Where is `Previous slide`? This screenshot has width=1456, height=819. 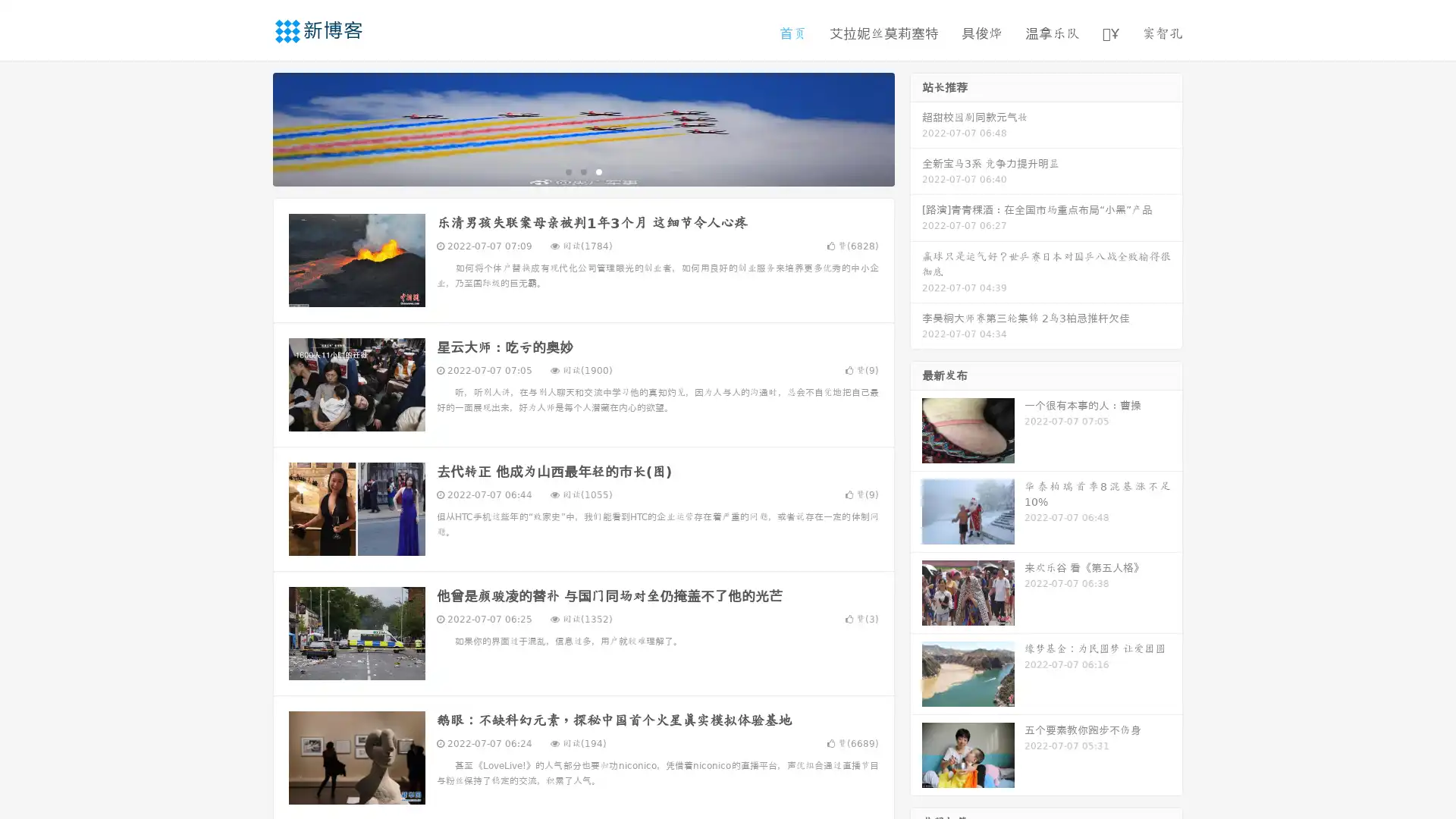
Previous slide is located at coordinates (250, 127).